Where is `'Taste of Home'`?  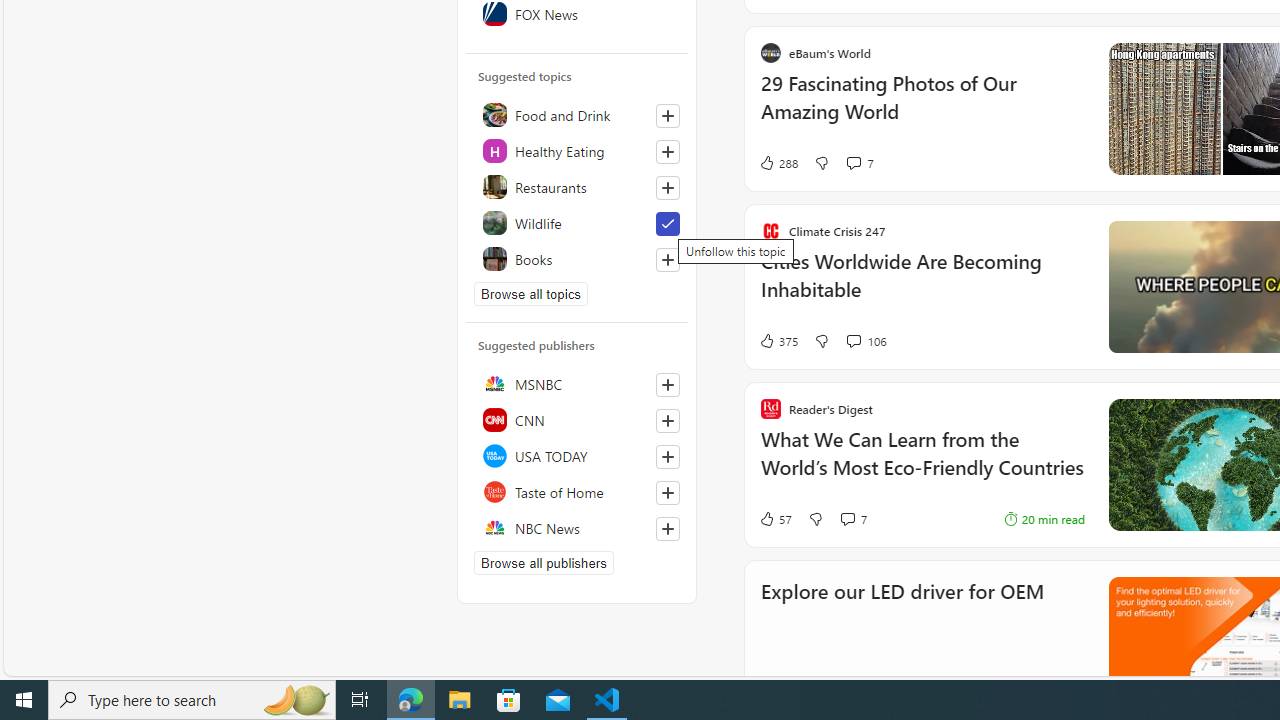 'Taste of Home' is located at coordinates (576, 492).